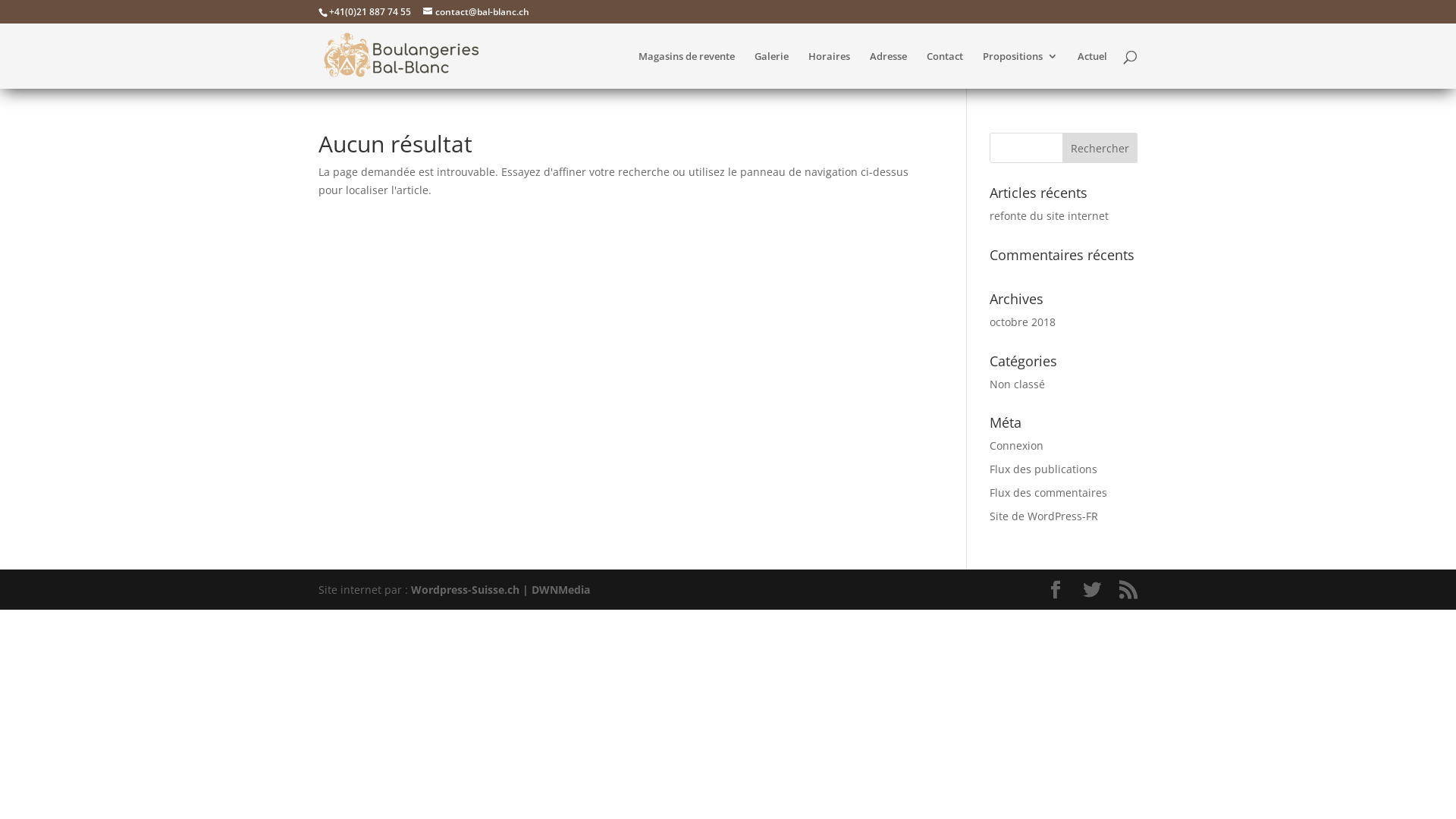 Image resolution: width=1456 pixels, height=819 pixels. What do you see at coordinates (500, 588) in the screenshot?
I see `'Wordpress-Suisse.ch | DWNMedia'` at bounding box center [500, 588].